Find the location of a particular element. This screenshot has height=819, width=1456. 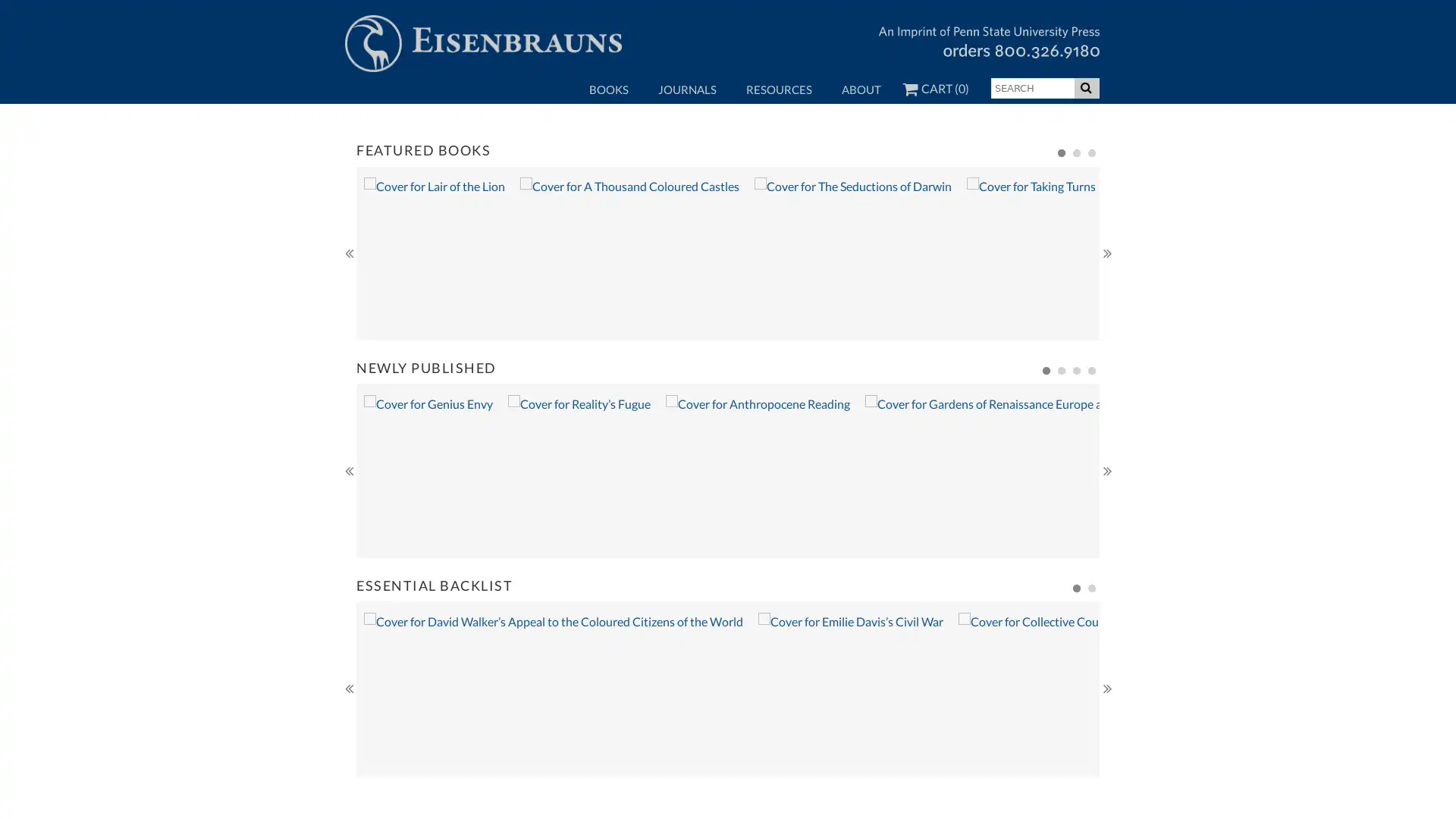

1 is located at coordinates (1046, 371).